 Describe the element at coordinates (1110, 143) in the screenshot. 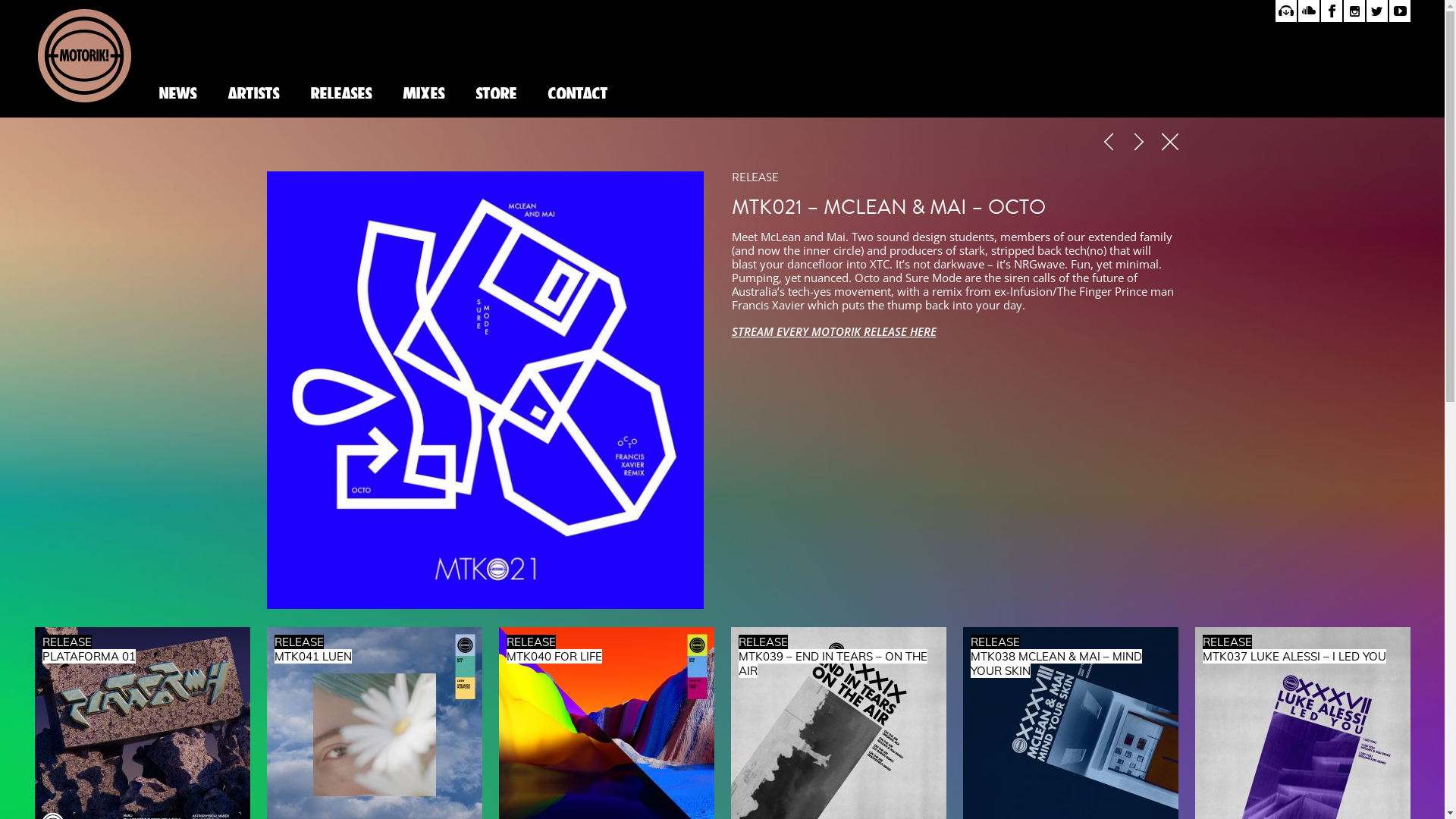

I see `'prev'` at that location.